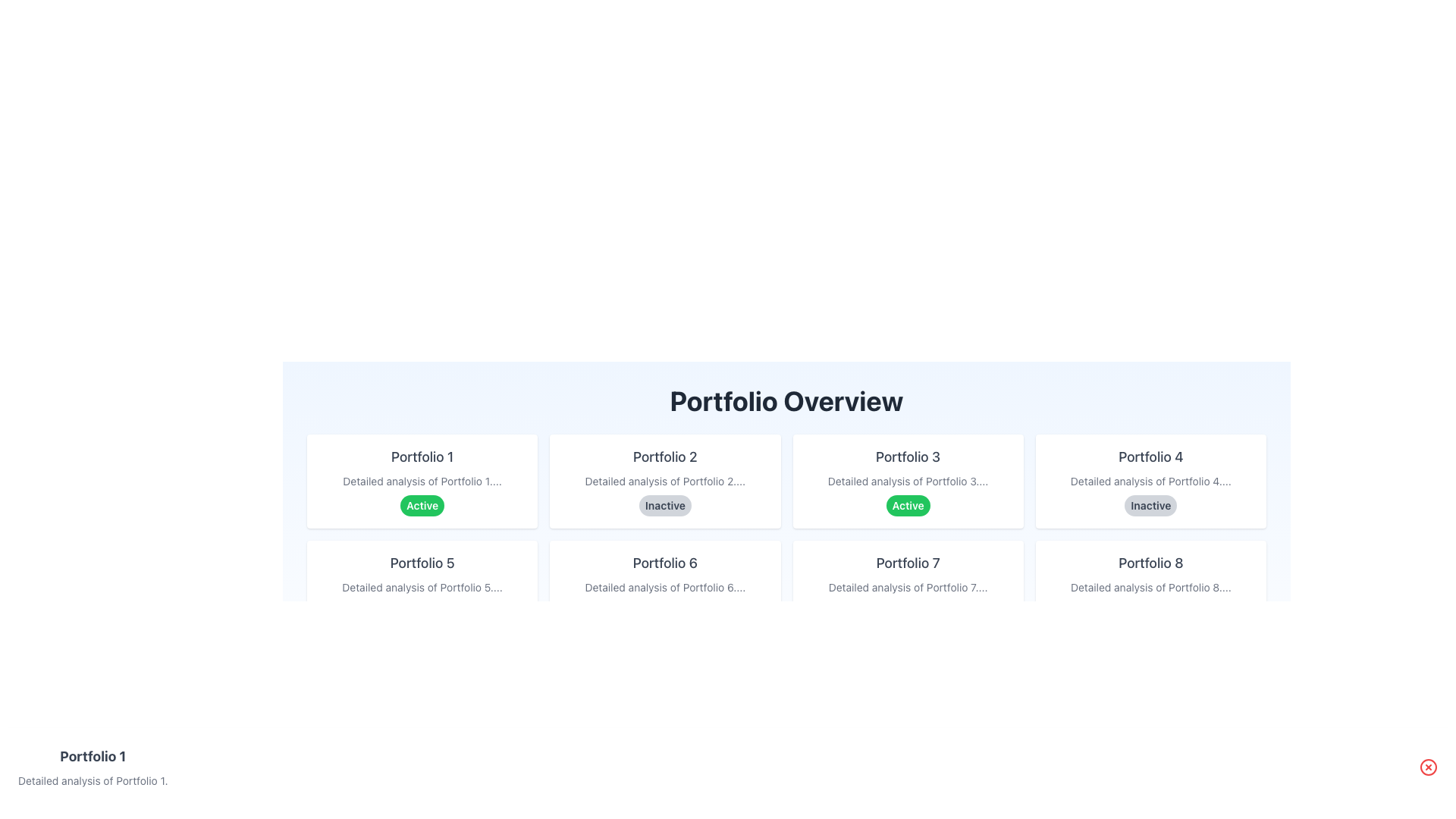  What do you see at coordinates (665, 563) in the screenshot?
I see `the Text Label displaying 'Portfolio 6' which is located at the upper section of a card in the second row and second column of a grid layout` at bounding box center [665, 563].